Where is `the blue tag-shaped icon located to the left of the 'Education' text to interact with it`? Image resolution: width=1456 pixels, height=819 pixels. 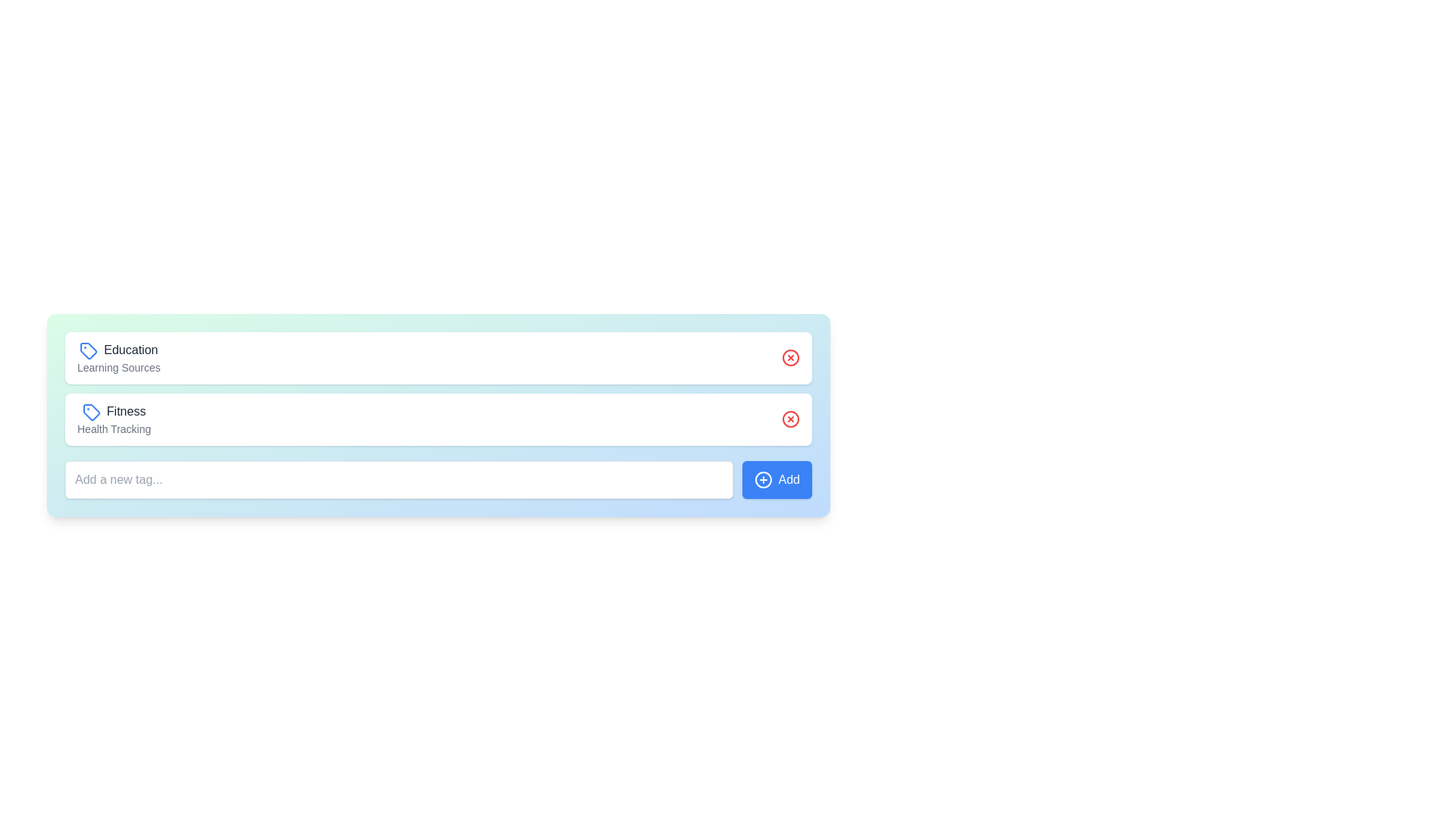
the blue tag-shaped icon located to the left of the 'Education' text to interact with it is located at coordinates (87, 350).